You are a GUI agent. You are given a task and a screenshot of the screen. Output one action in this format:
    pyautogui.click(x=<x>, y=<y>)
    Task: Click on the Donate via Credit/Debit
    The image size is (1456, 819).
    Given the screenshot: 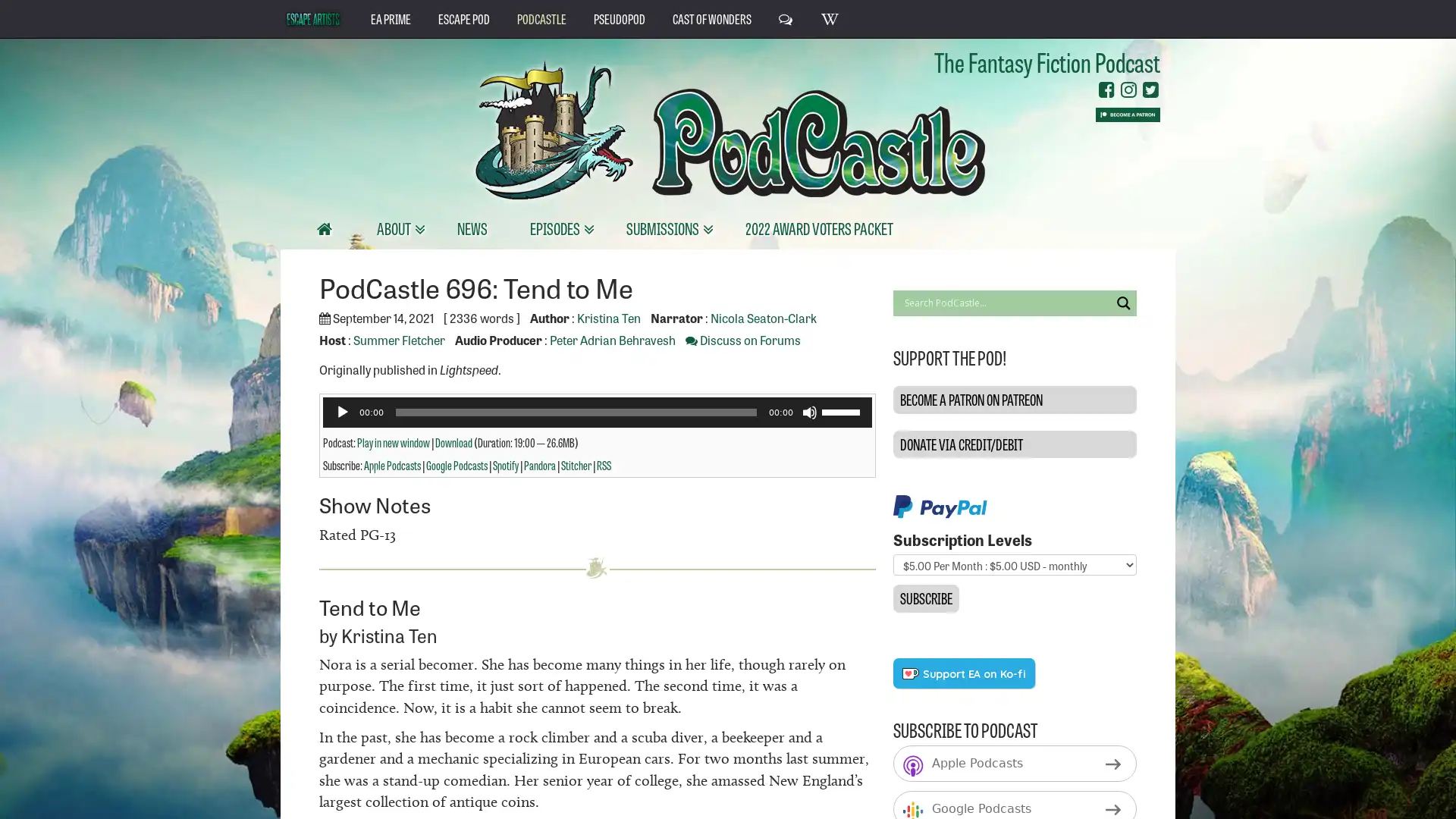 What is the action you would take?
    pyautogui.click(x=1014, y=444)
    